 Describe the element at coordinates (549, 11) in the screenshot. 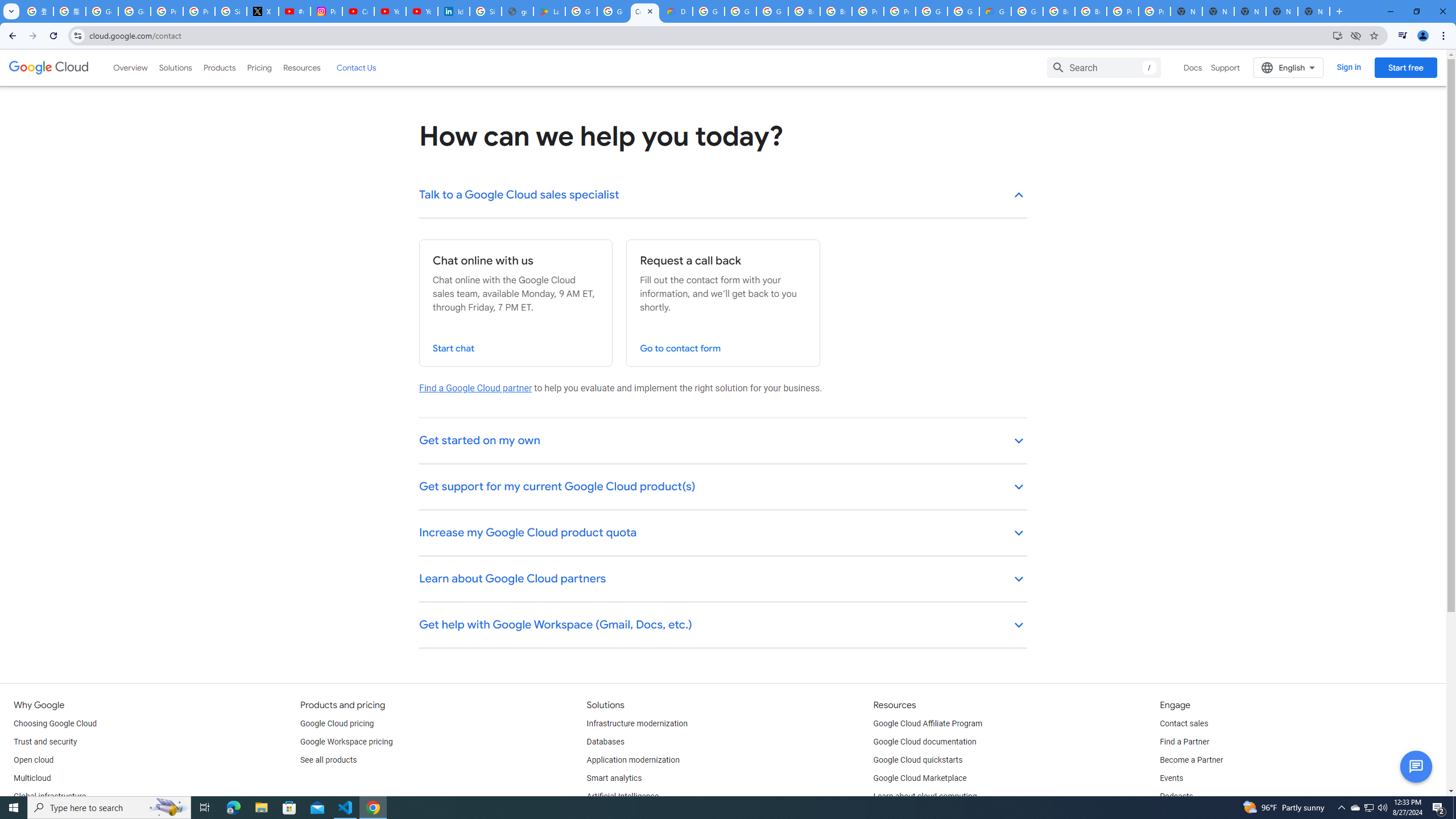

I see `'Last Shelter: Survival - Apps on Google Play'` at that location.